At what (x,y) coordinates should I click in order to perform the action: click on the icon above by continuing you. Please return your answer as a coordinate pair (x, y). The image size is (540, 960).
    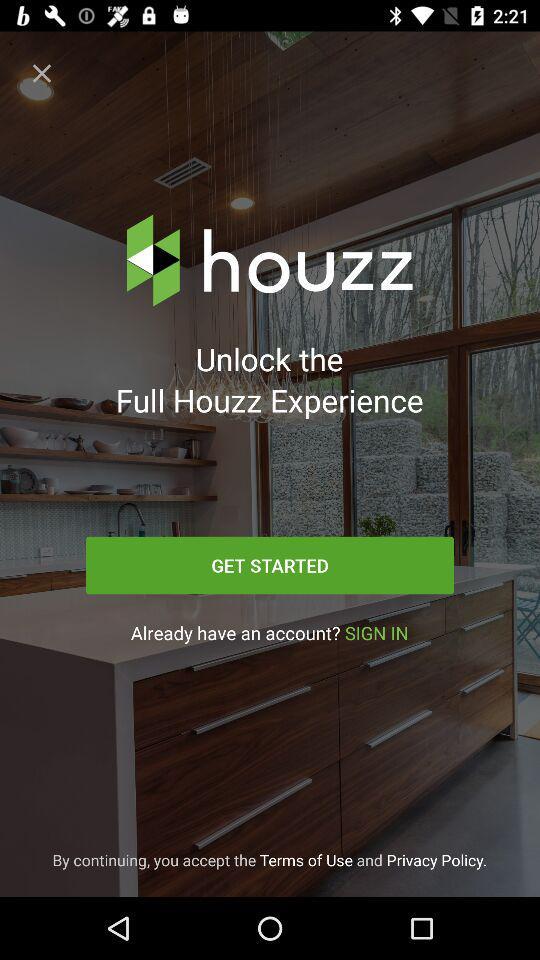
    Looking at the image, I should click on (269, 632).